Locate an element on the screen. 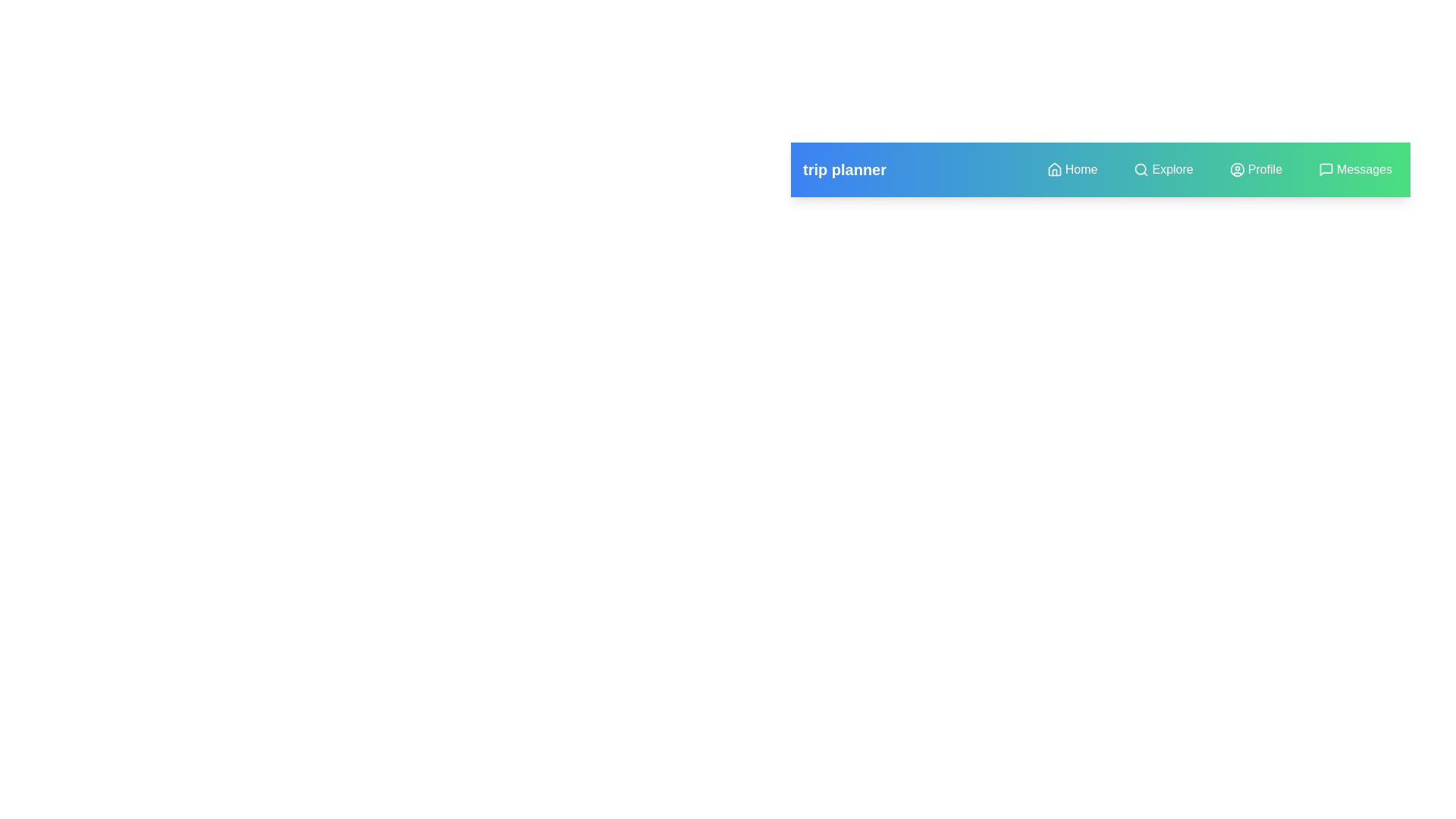 Image resolution: width=1456 pixels, height=819 pixels. the menu item Messages to observe visual feedback is located at coordinates (1354, 169).